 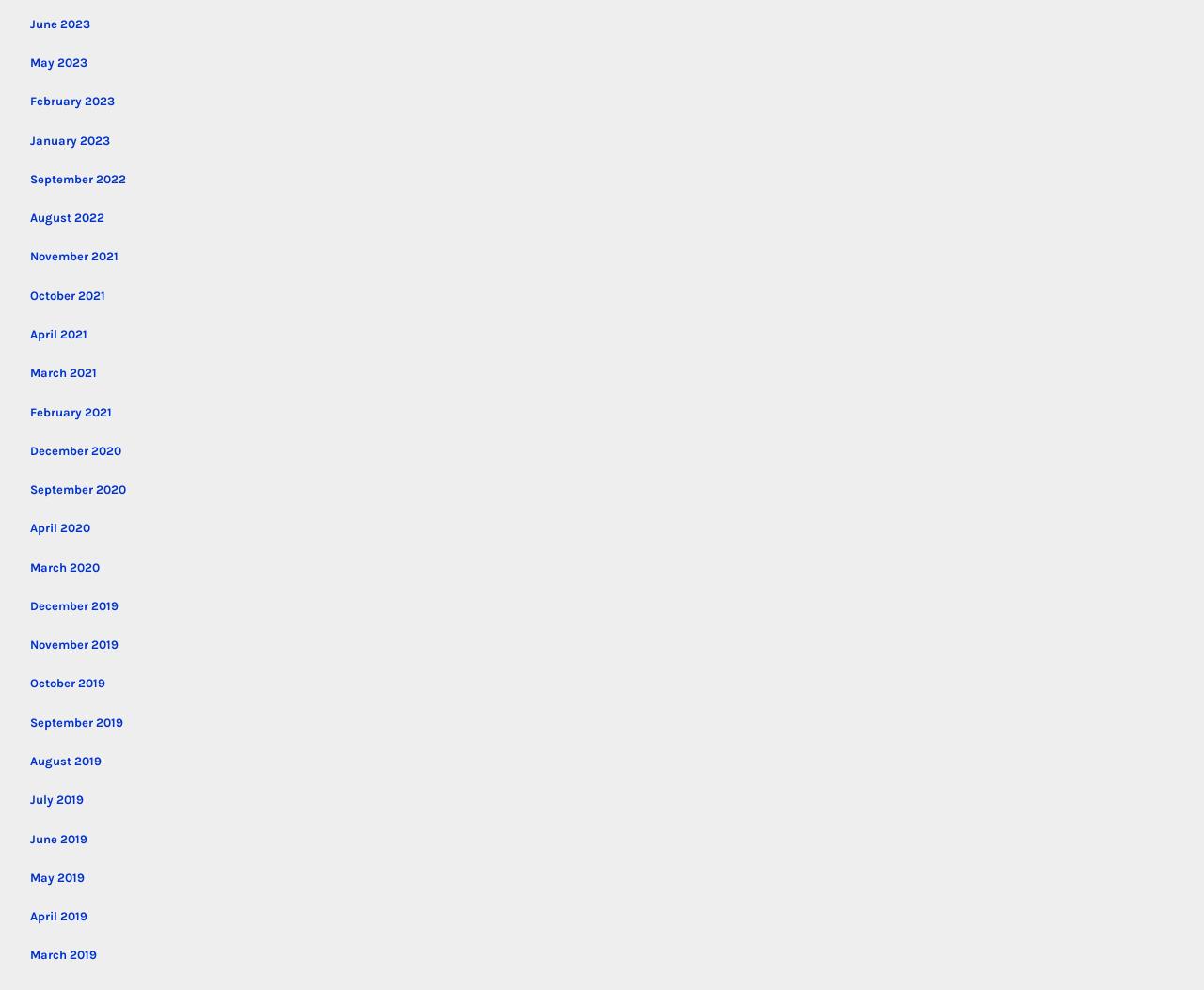 What do you see at coordinates (66, 761) in the screenshot?
I see `'August 2019'` at bounding box center [66, 761].